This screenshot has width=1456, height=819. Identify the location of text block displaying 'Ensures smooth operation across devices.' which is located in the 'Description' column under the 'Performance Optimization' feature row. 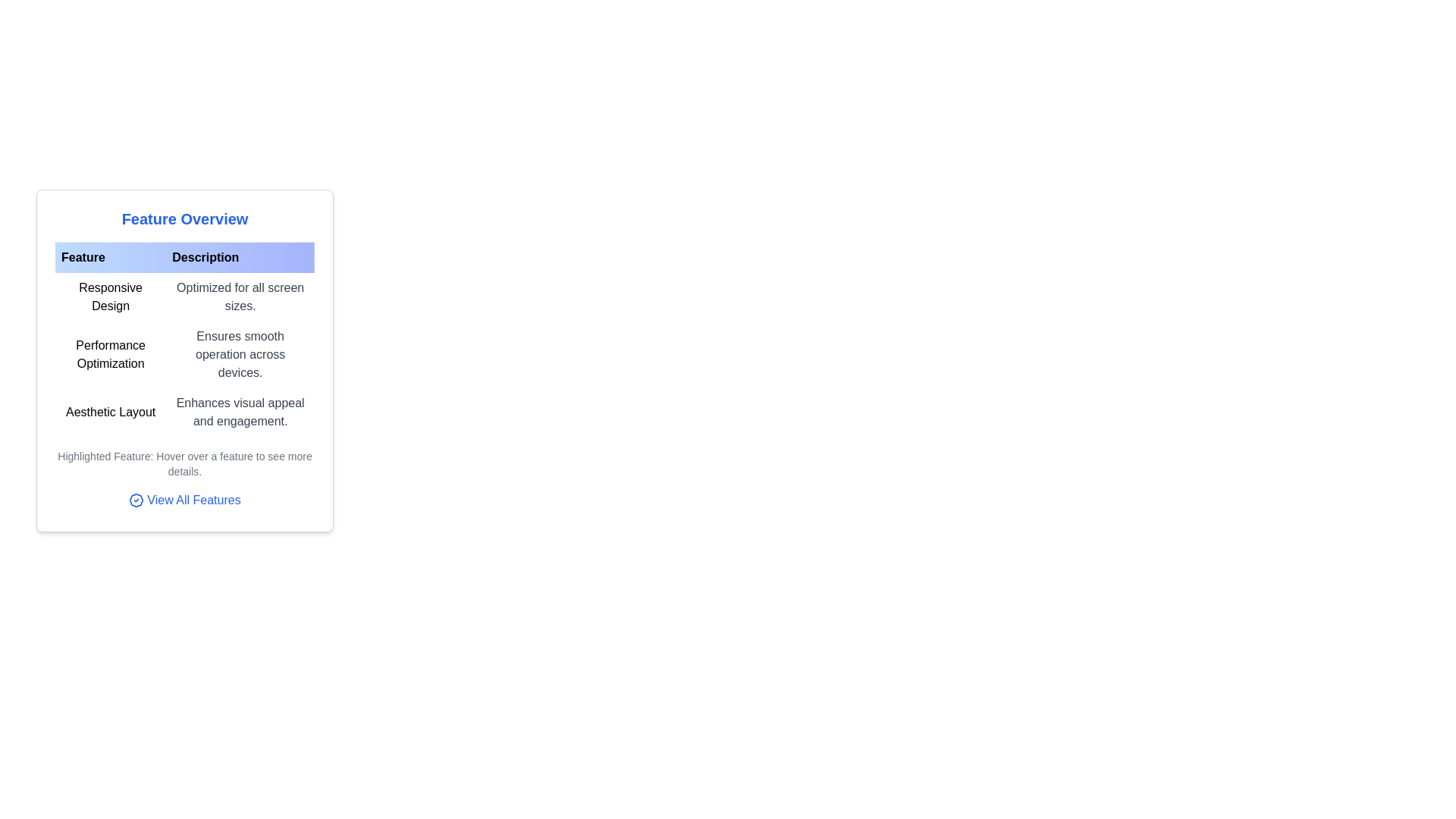
(240, 354).